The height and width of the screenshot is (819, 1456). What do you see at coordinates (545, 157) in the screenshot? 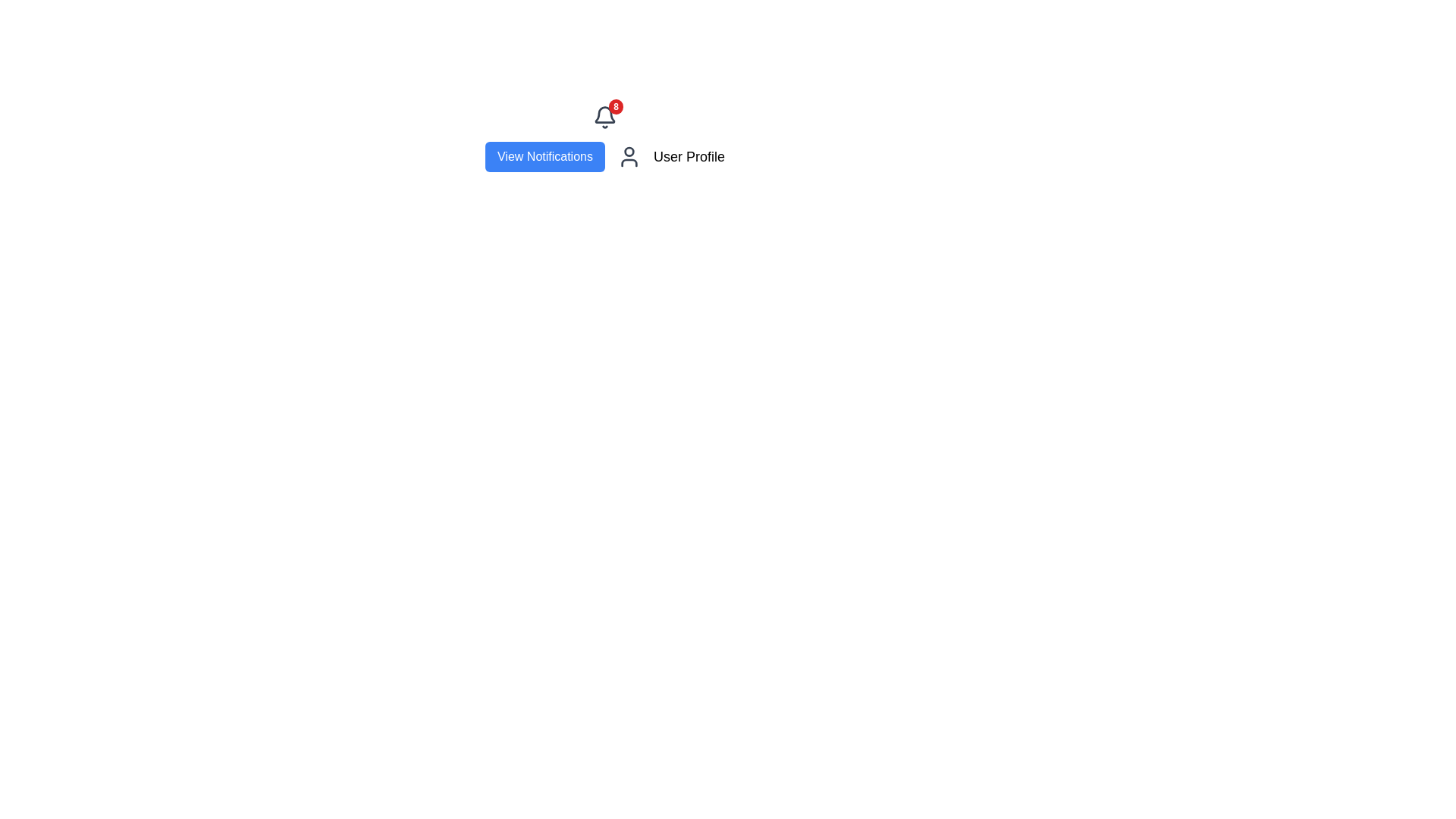
I see `the 'View Notifications' button, which has a blue background and white text, located on the left side of the user profile icon and label group` at bounding box center [545, 157].